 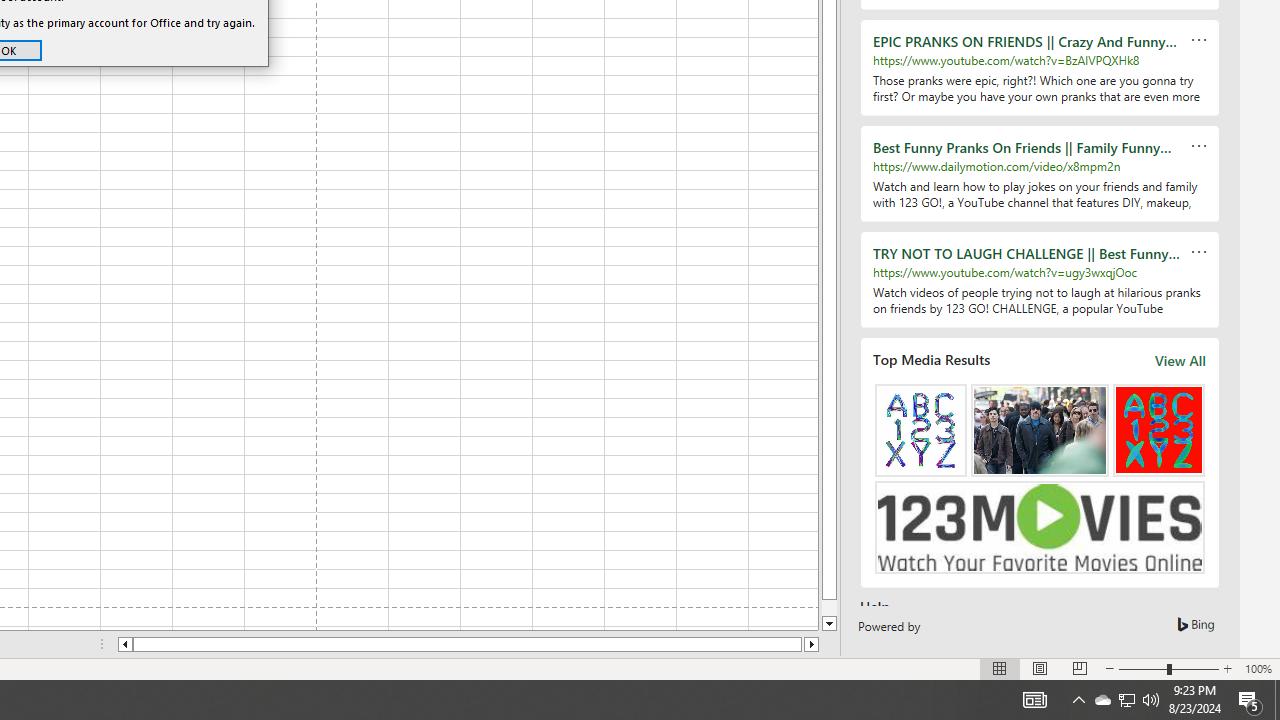 What do you see at coordinates (1143, 669) in the screenshot?
I see `'Zoom Out'` at bounding box center [1143, 669].